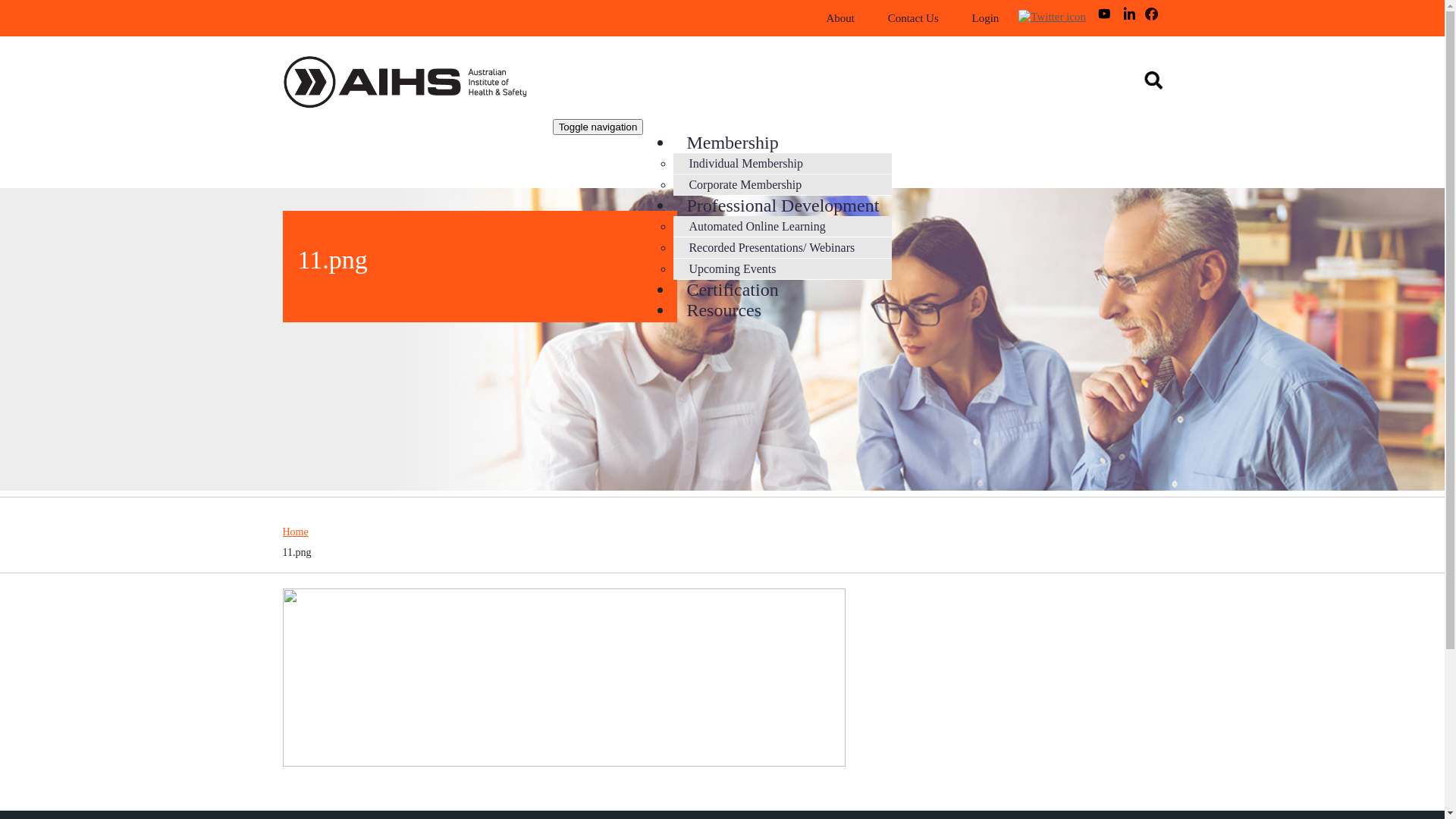 The width and height of the screenshot is (1456, 819). What do you see at coordinates (419, 84) in the screenshot?
I see `'Home'` at bounding box center [419, 84].